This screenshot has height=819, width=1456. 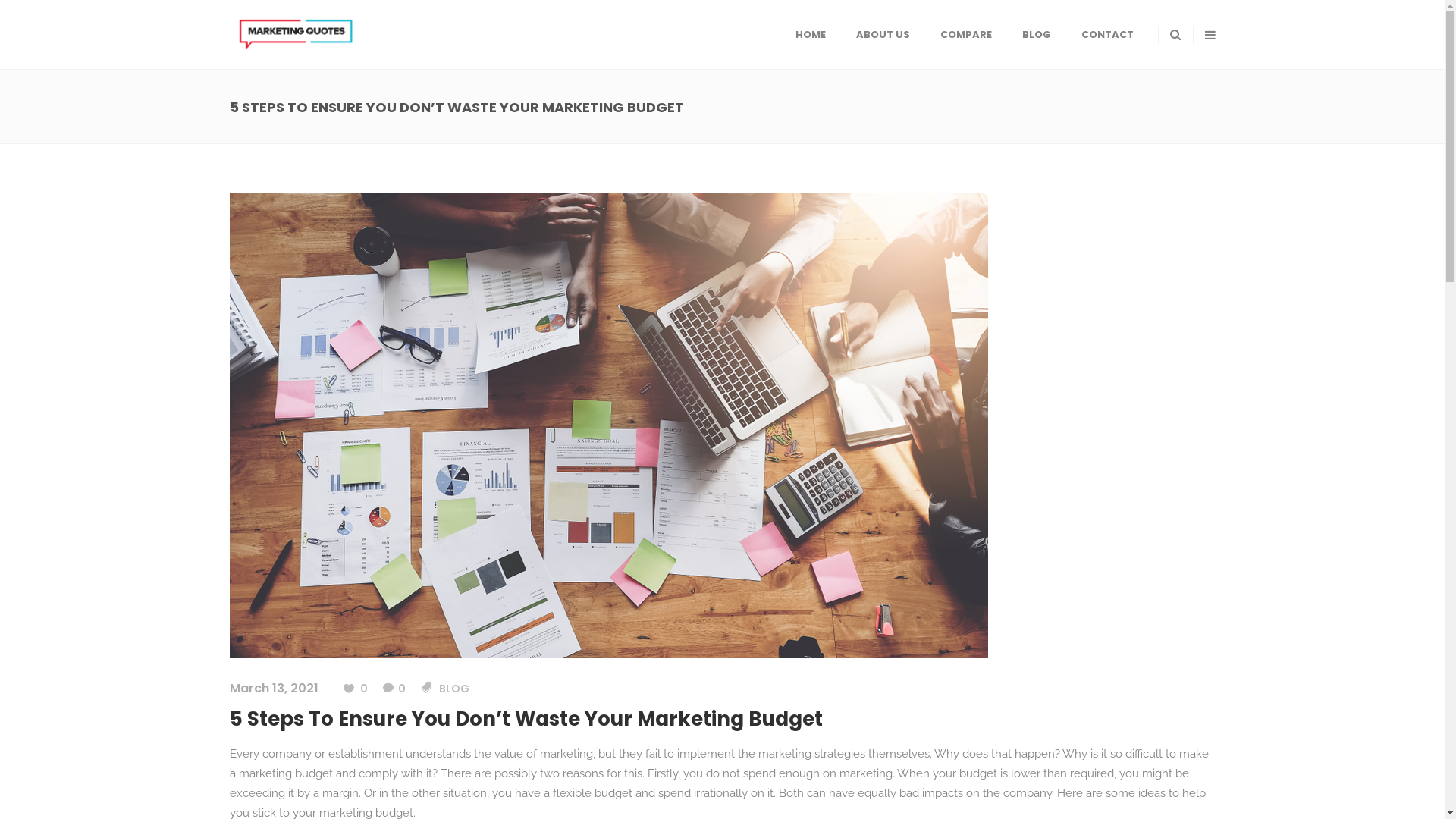 What do you see at coordinates (965, 34) in the screenshot?
I see `'COMPARE'` at bounding box center [965, 34].